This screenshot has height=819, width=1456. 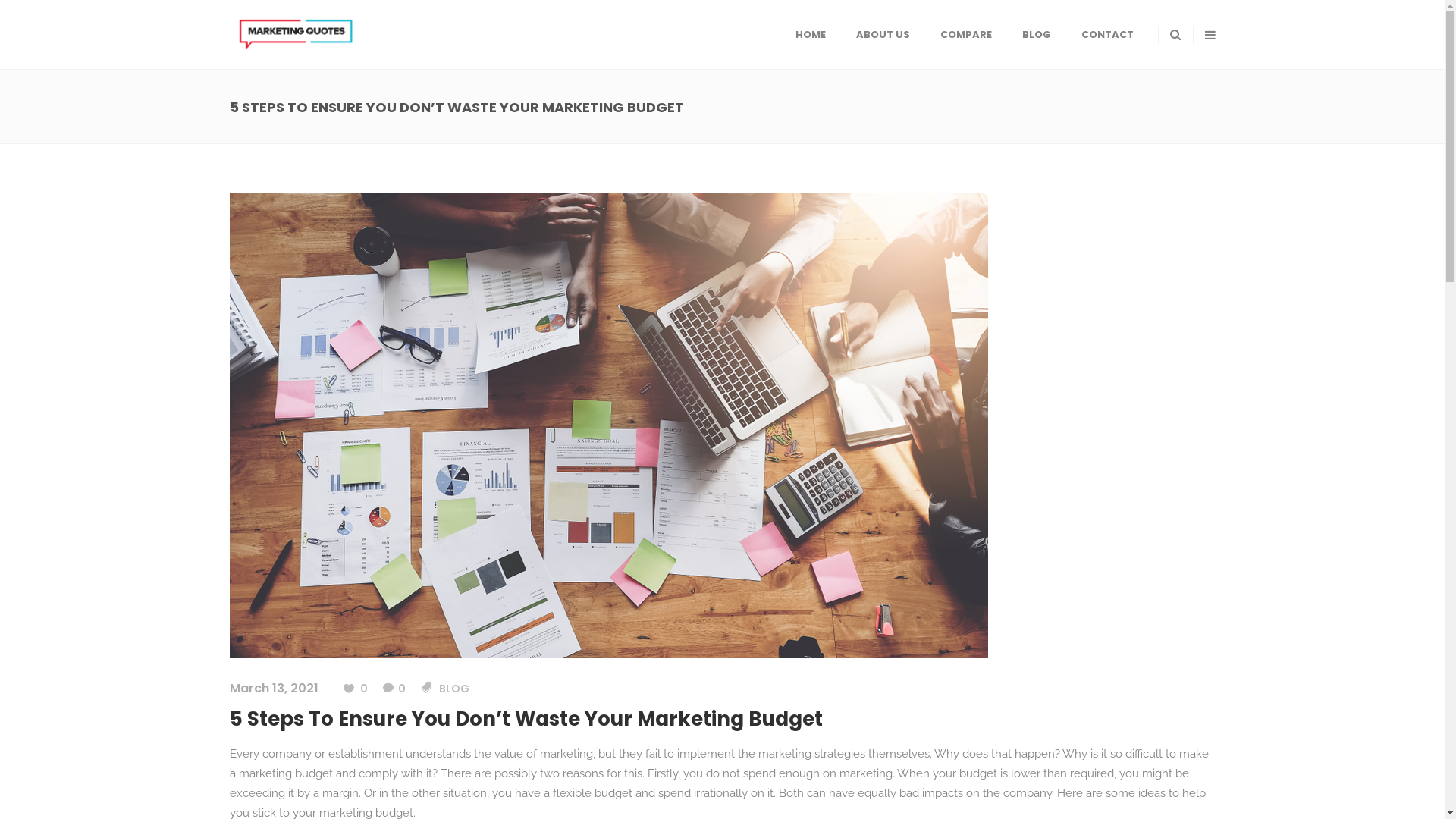 What do you see at coordinates (965, 34) in the screenshot?
I see `'COMPARE'` at bounding box center [965, 34].